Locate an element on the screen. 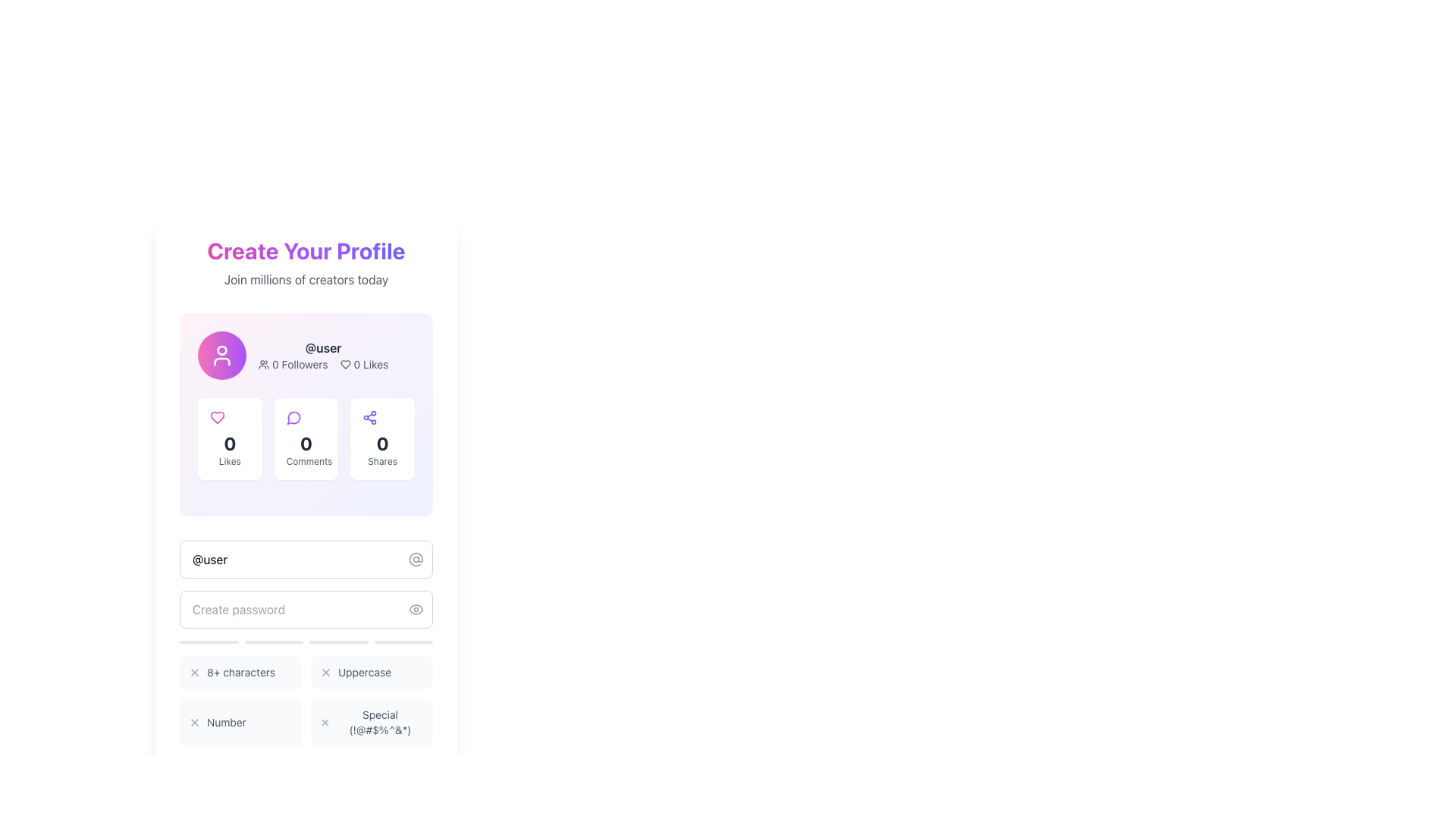 The width and height of the screenshot is (1456, 819). the heart-shaped icon that represents a like button, which is located in the top-right section of the user profile card, next to the '@user' username is located at coordinates (344, 365).